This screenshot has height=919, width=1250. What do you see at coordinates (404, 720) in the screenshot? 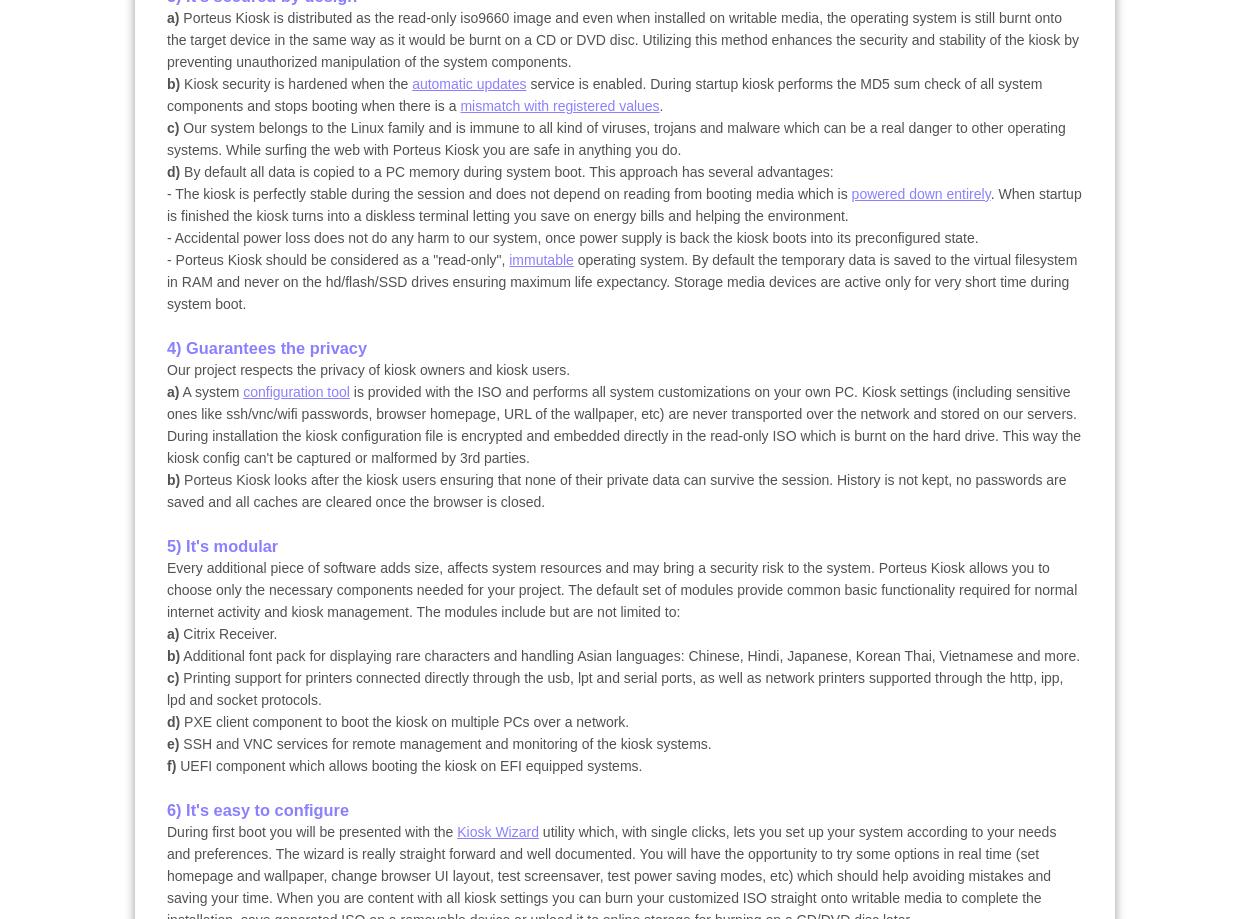
I see `'PXE client component to boot the kiosk on multiple PCs over a network.'` at bounding box center [404, 720].